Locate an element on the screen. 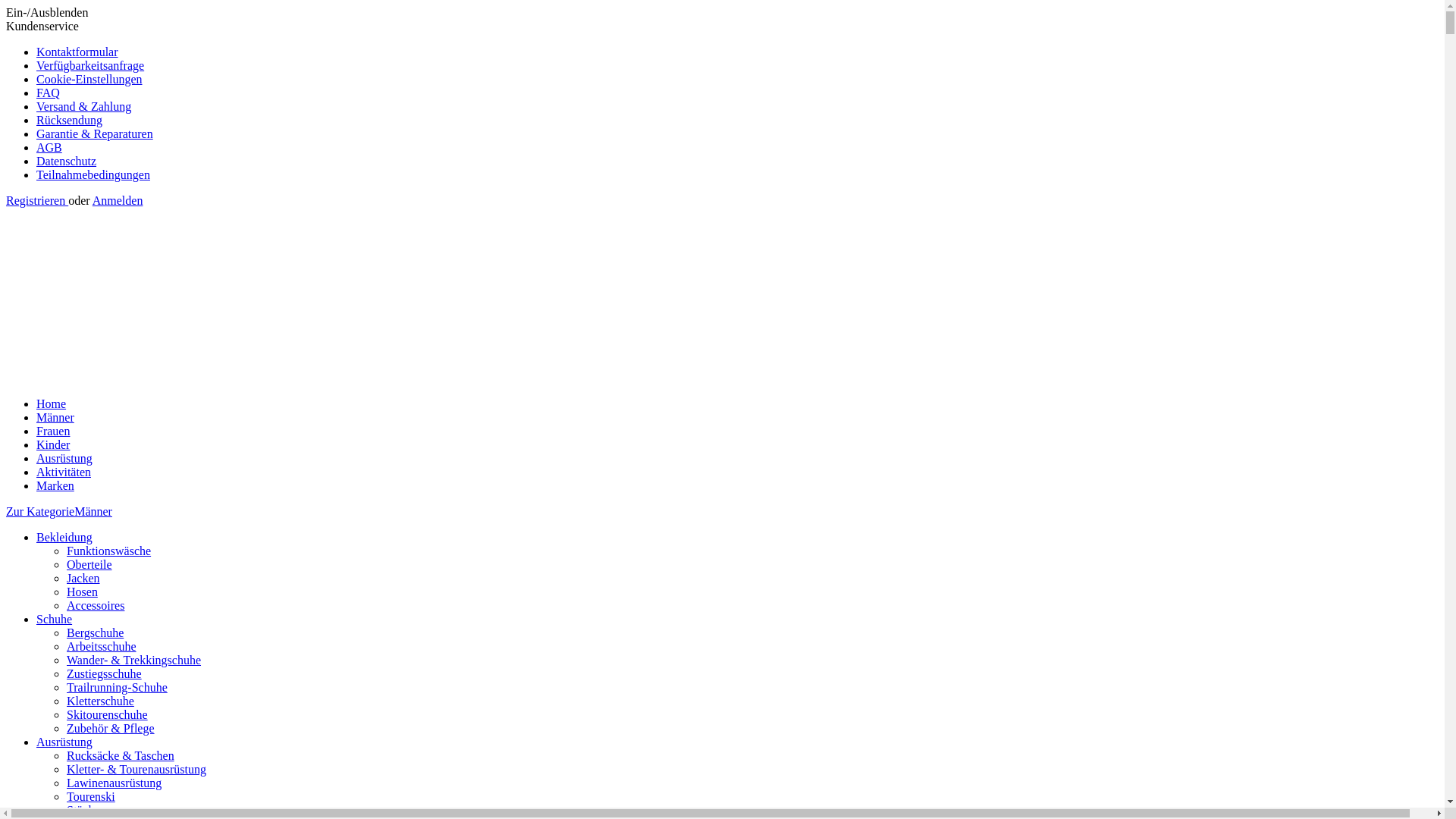 This screenshot has width=1456, height=819. 'Datenschutz' is located at coordinates (65, 161).